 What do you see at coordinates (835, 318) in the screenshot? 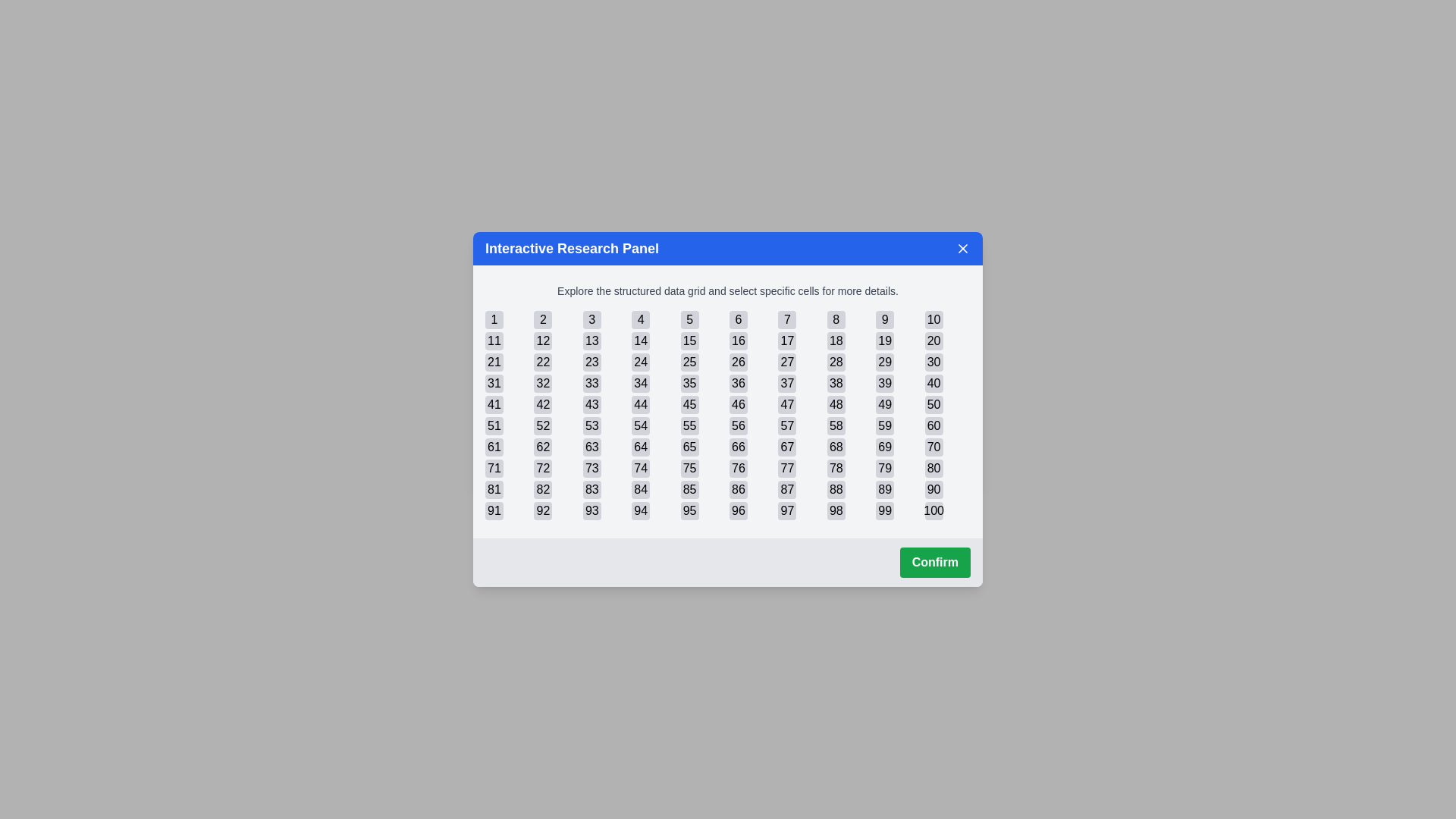
I see `the cell with the number 8 in the grid` at bounding box center [835, 318].